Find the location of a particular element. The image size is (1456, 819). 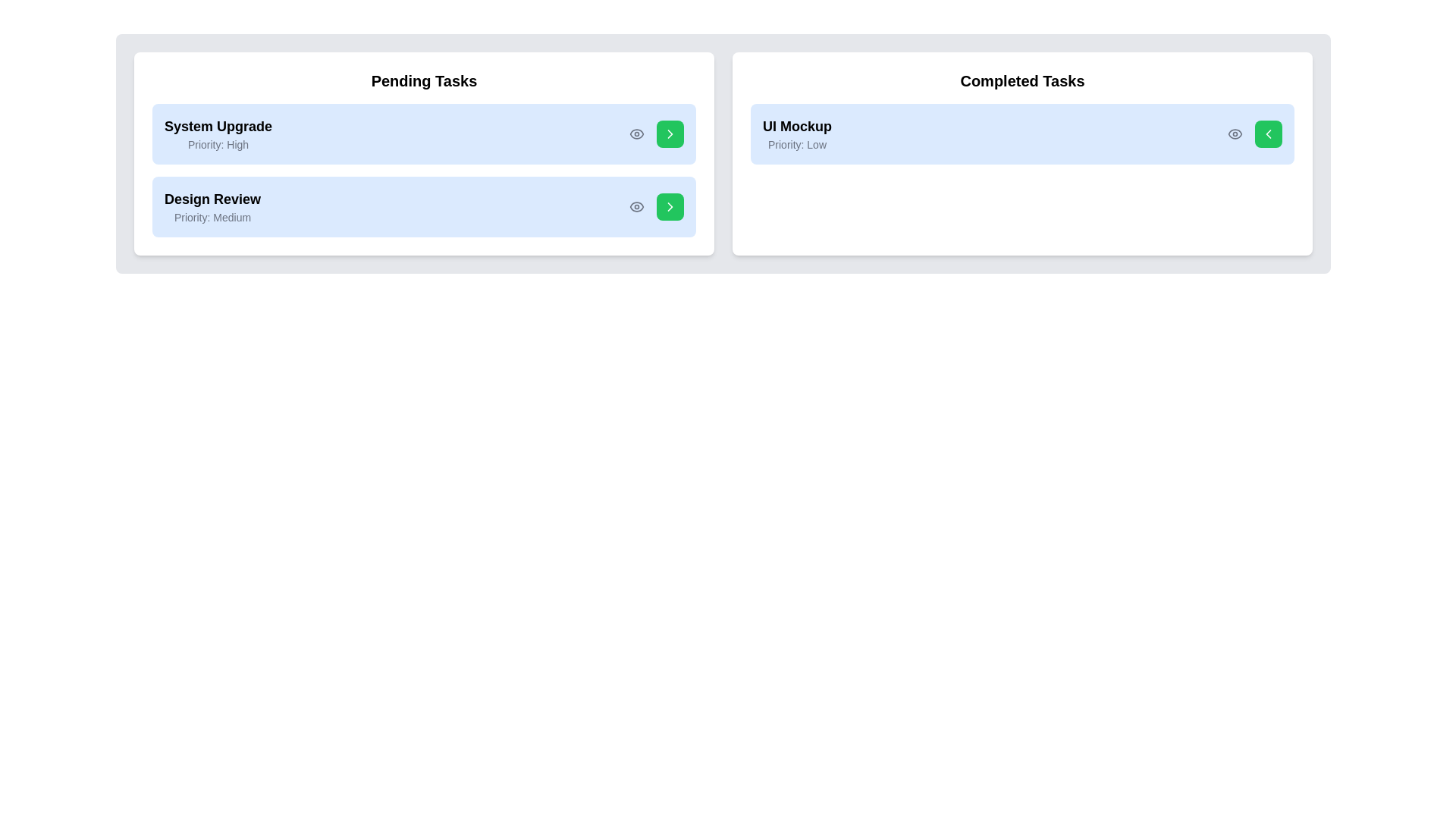

the eye icon next to the task Design Review to view its details is located at coordinates (637, 207).